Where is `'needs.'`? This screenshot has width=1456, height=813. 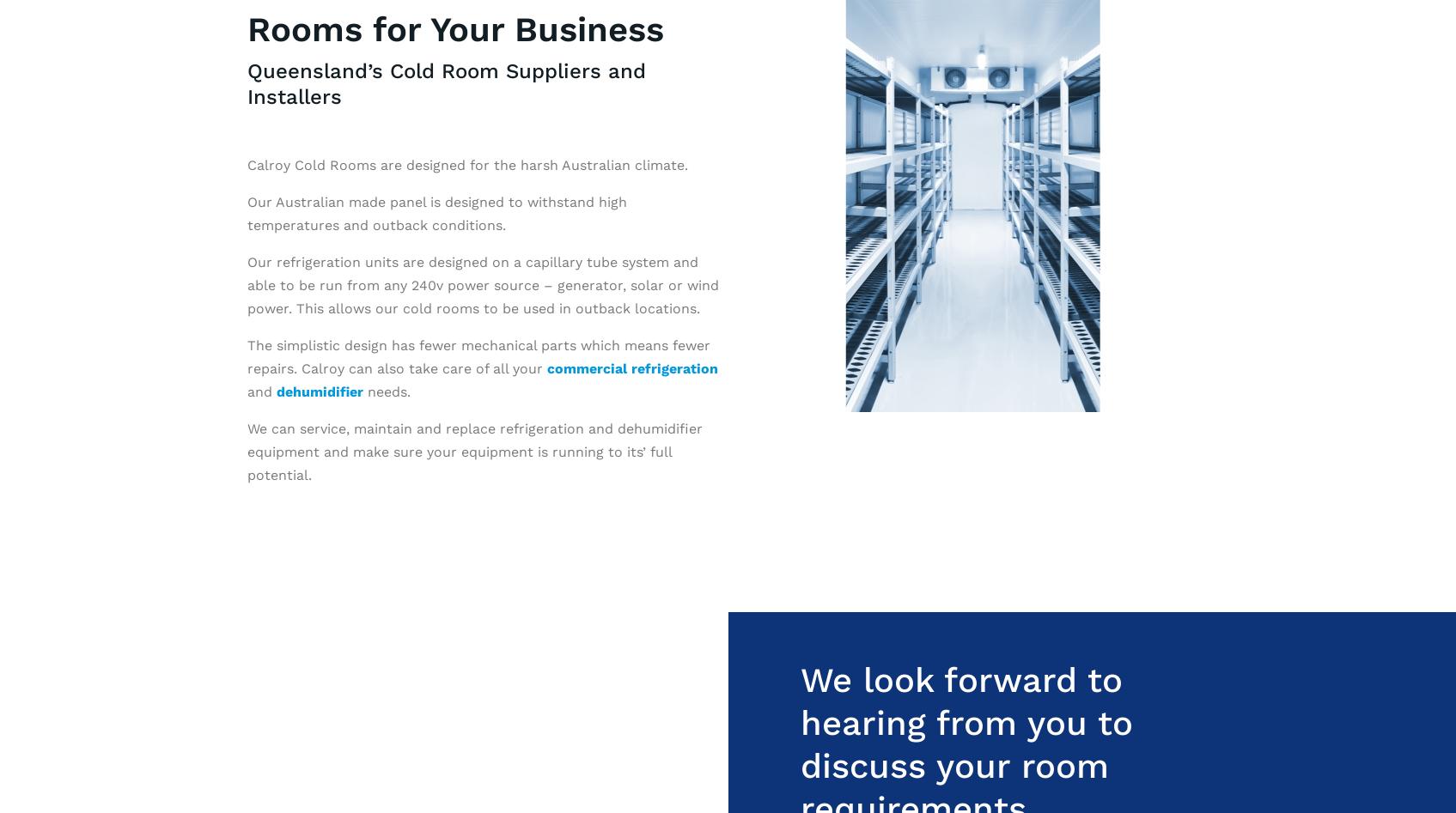
'needs.' is located at coordinates (386, 391).